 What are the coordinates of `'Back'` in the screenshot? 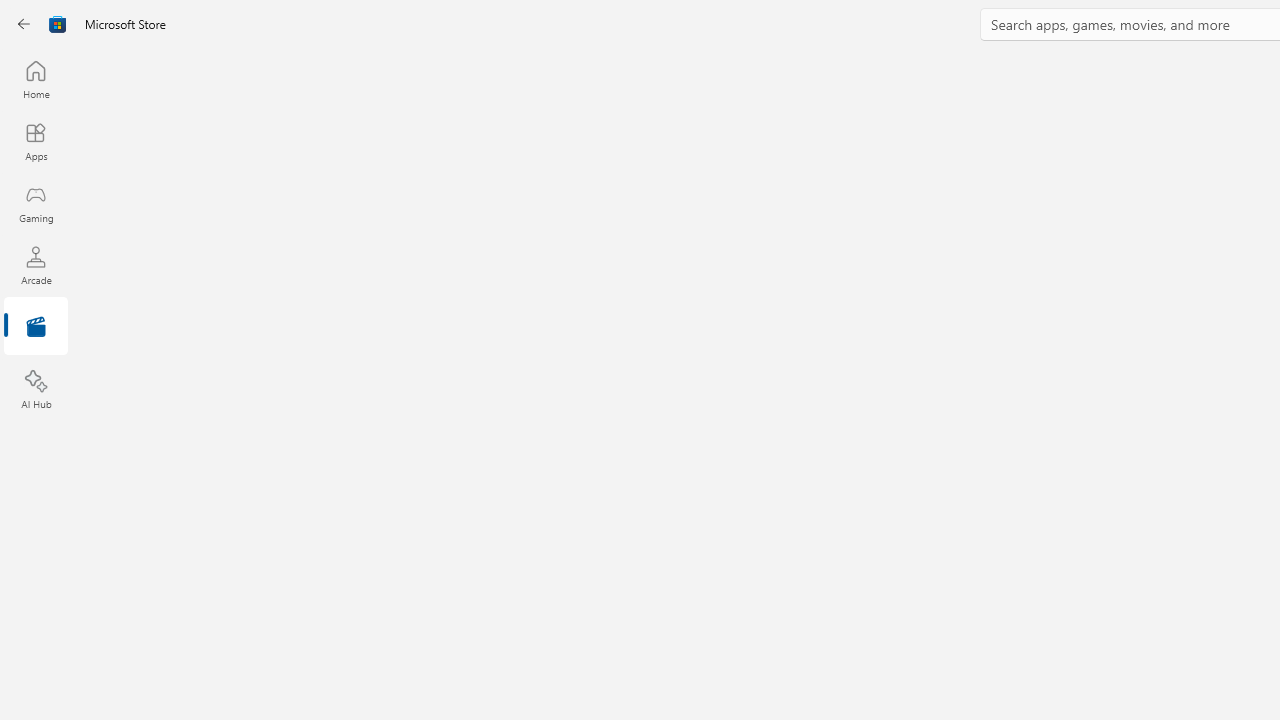 It's located at (24, 24).